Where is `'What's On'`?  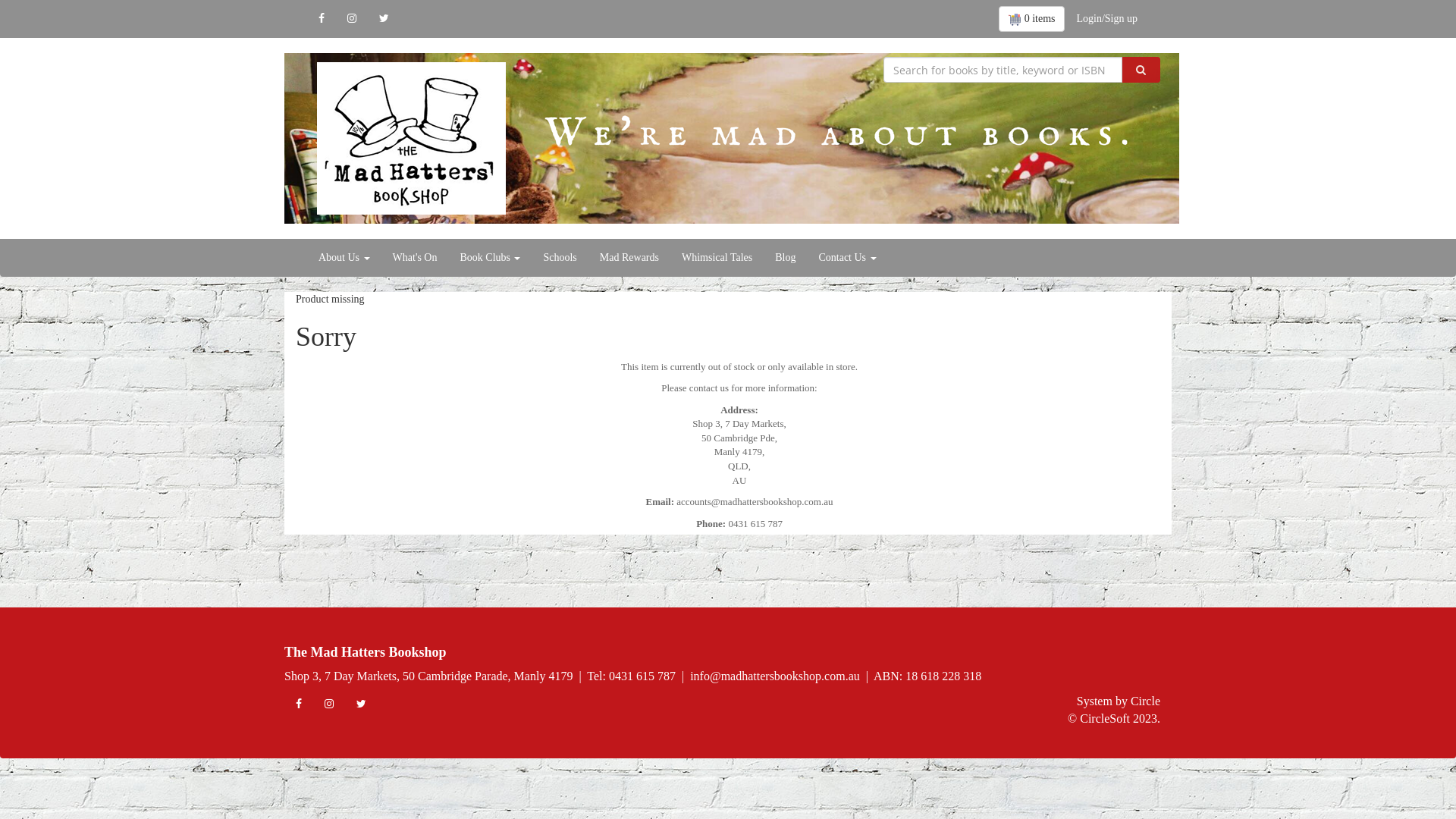 'What's On' is located at coordinates (415, 256).